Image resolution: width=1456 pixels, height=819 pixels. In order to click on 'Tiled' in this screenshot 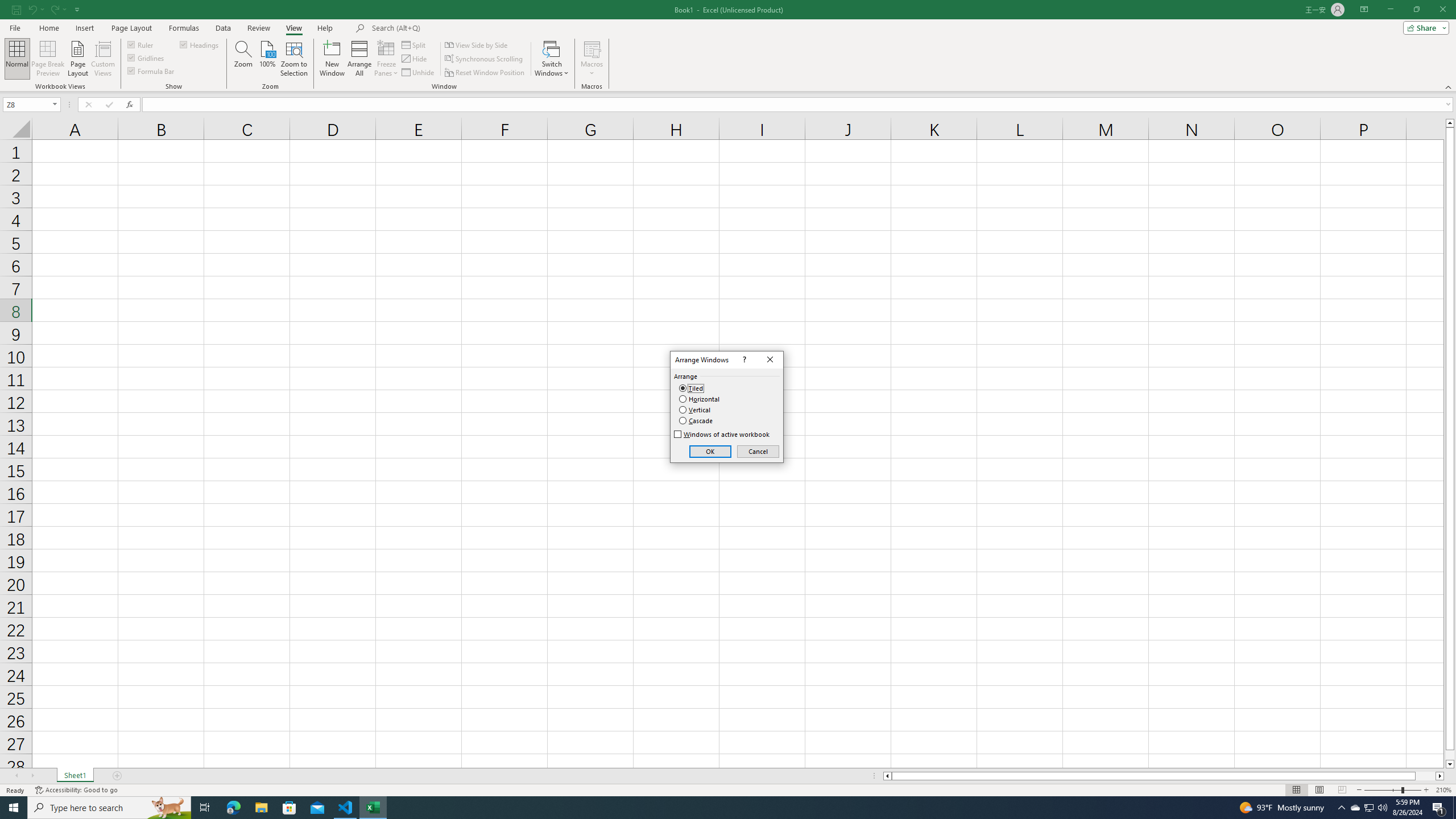, I will do `click(691, 388)`.